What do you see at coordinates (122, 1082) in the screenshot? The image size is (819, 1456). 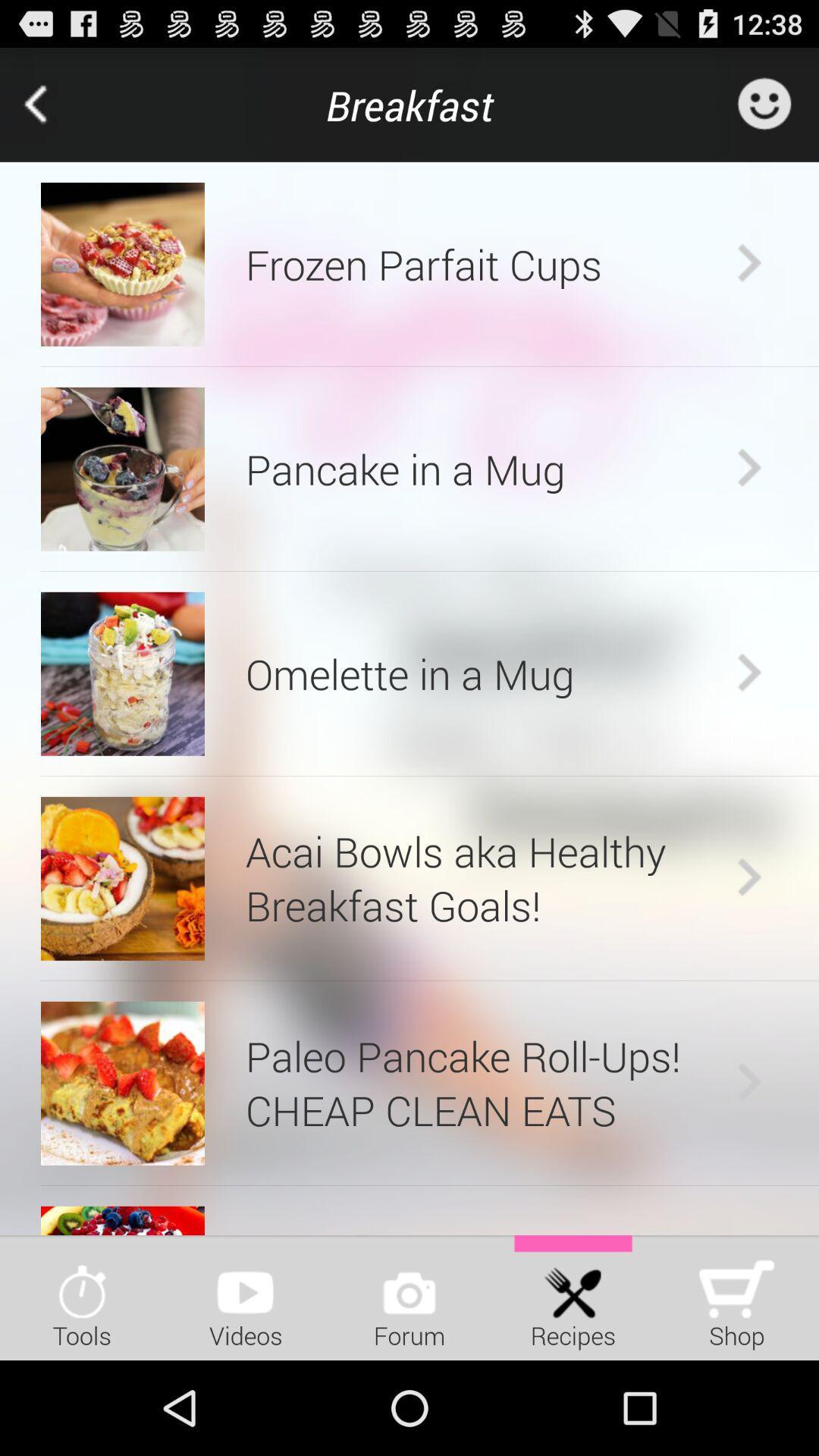 I see `the app next to paleo pancake roll item` at bounding box center [122, 1082].